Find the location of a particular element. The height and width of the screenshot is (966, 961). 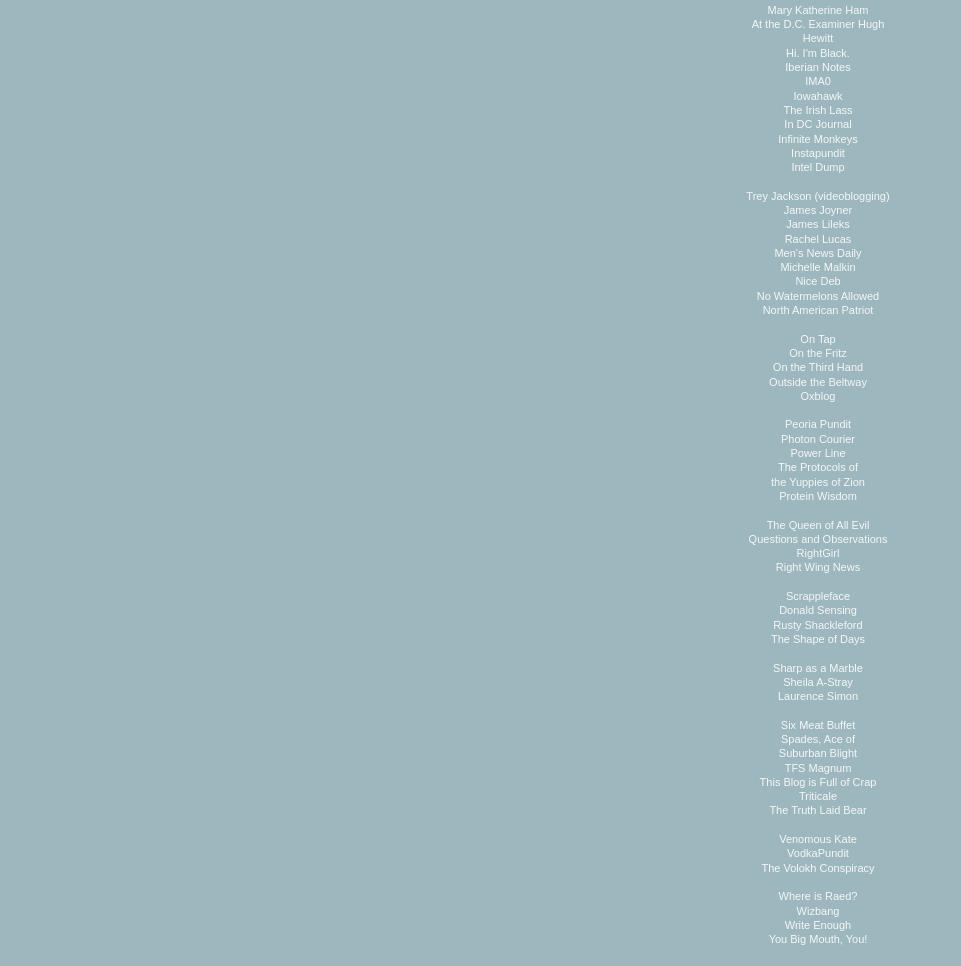

'Scrappleface' is located at coordinates (817, 596).